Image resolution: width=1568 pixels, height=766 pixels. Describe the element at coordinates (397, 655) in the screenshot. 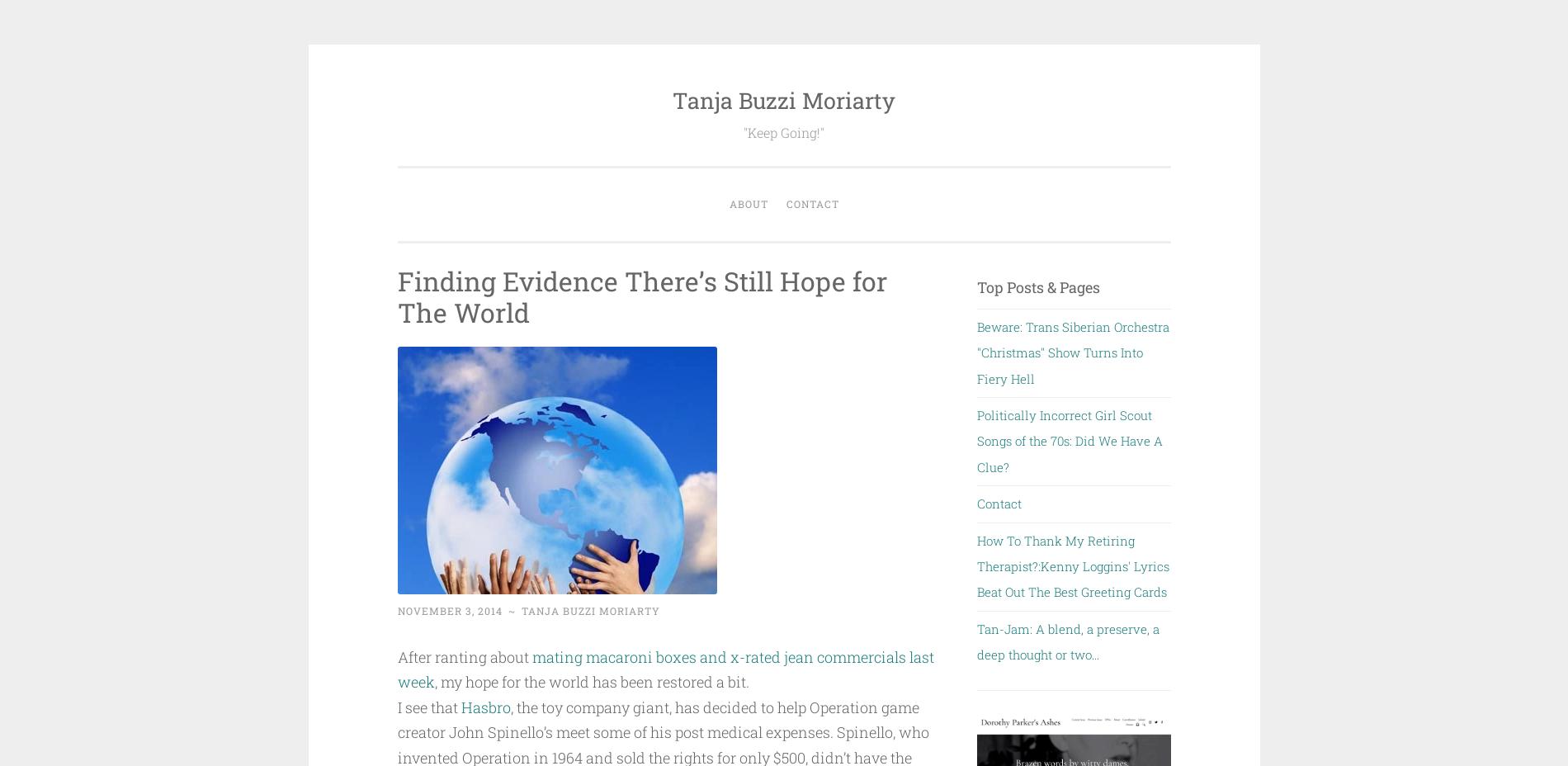

I see `'After ranting about'` at that location.